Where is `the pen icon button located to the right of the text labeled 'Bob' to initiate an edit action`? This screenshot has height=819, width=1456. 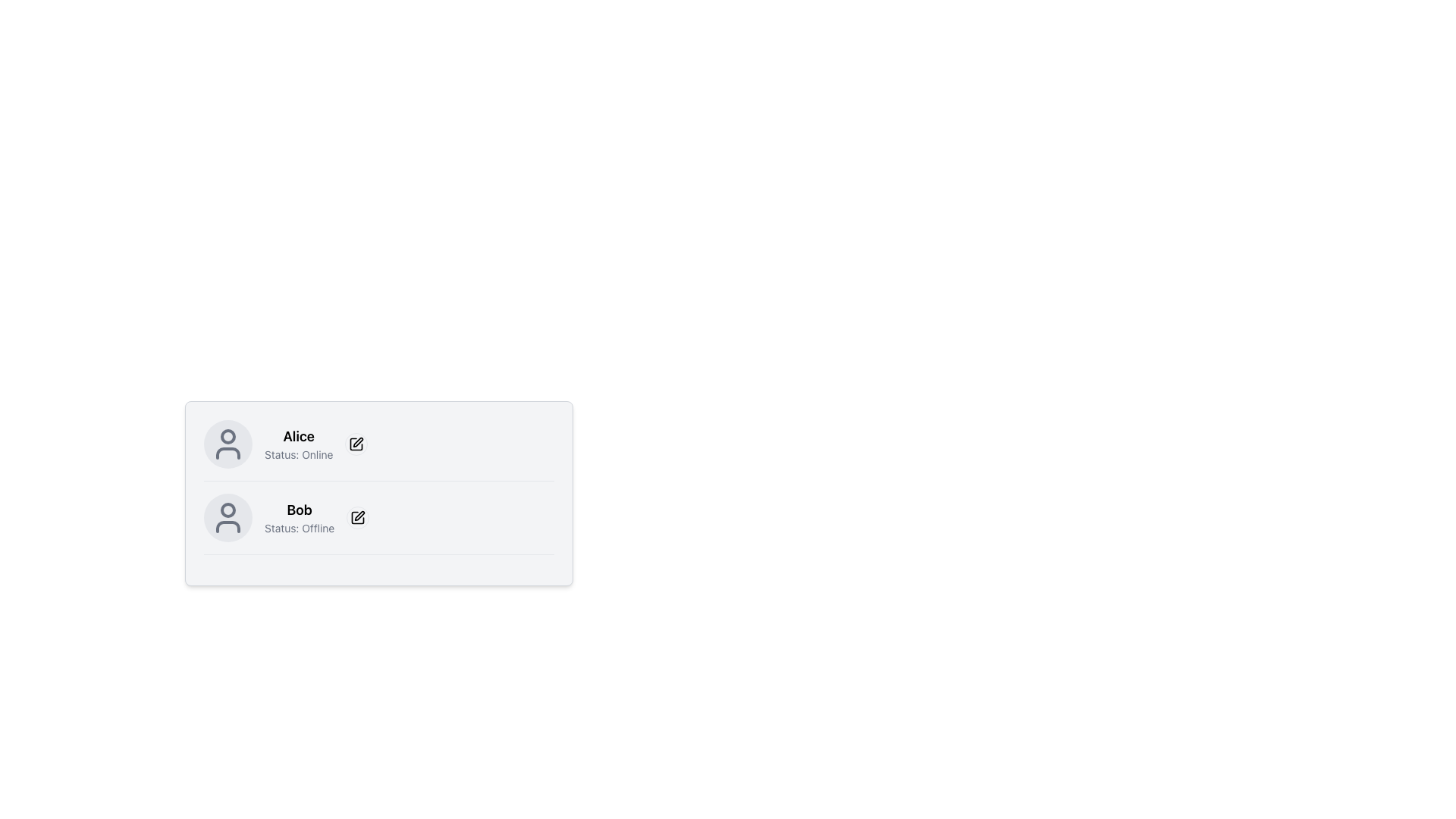
the pen icon button located to the right of the text labeled 'Bob' to initiate an edit action is located at coordinates (356, 516).